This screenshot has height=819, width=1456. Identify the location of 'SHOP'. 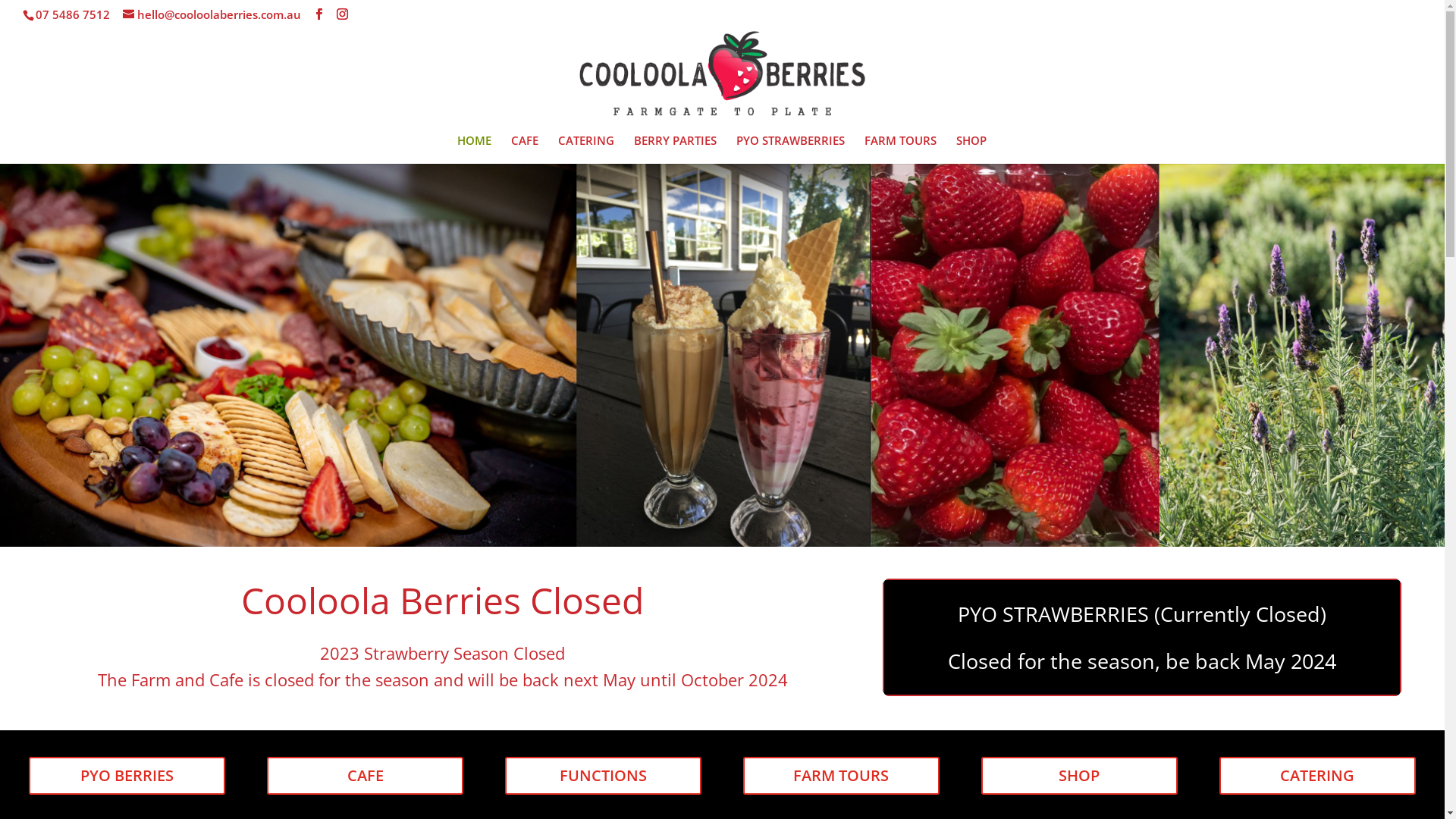
(971, 149).